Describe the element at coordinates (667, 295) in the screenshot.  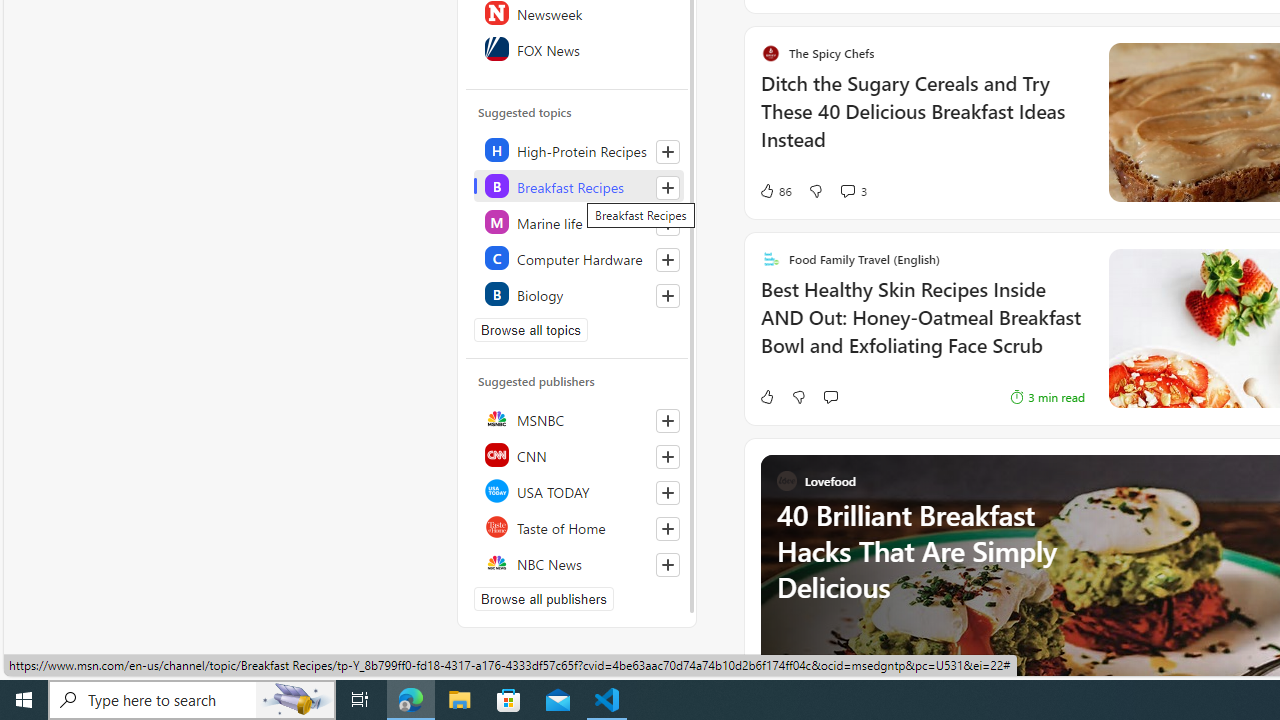
I see `'Follow this topic'` at that location.